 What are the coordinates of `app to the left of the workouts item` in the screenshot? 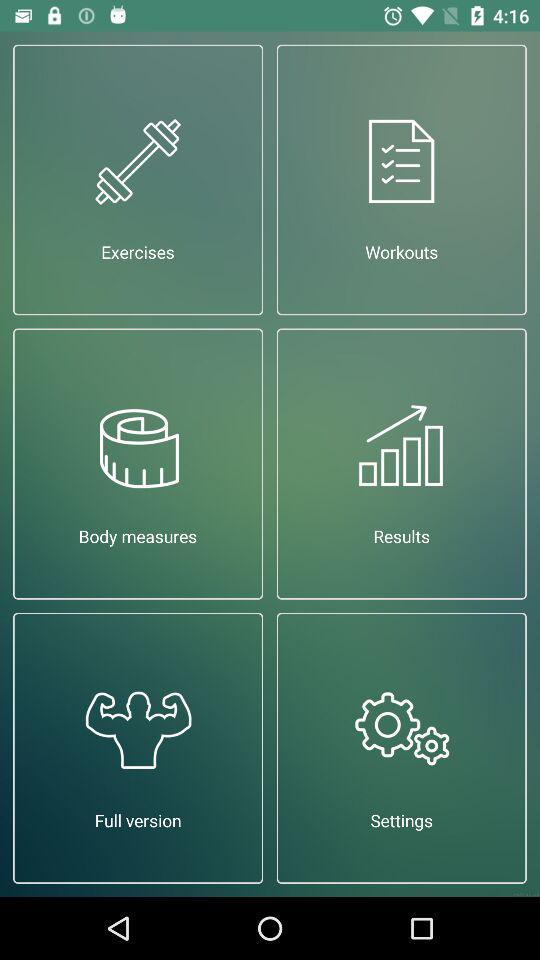 It's located at (137, 178).